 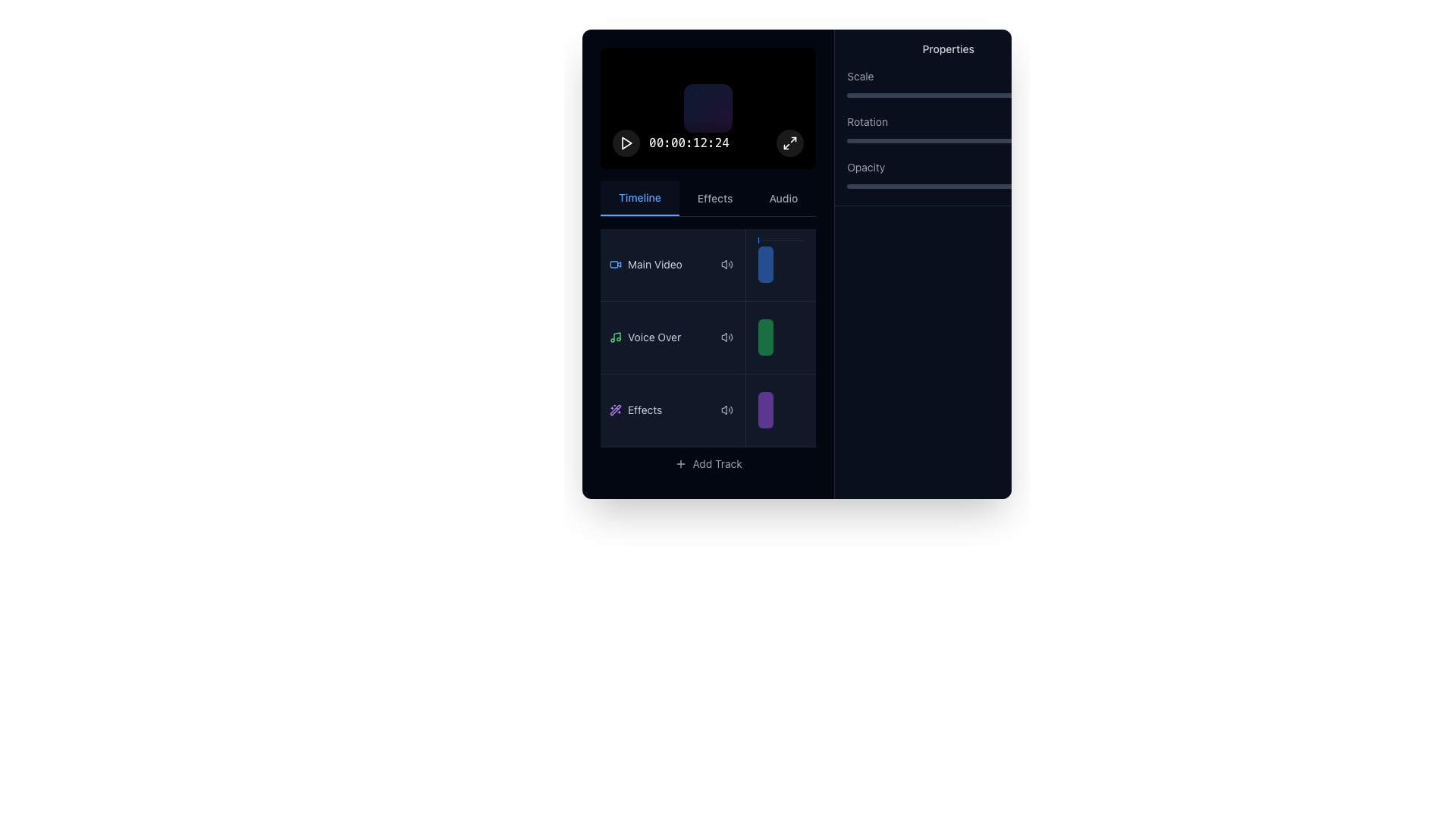 I want to click on the green music icon with a note and circular accents located to the left of the text 'Voice Over' in the second row of the 'Timeline' section, so click(x=615, y=336).